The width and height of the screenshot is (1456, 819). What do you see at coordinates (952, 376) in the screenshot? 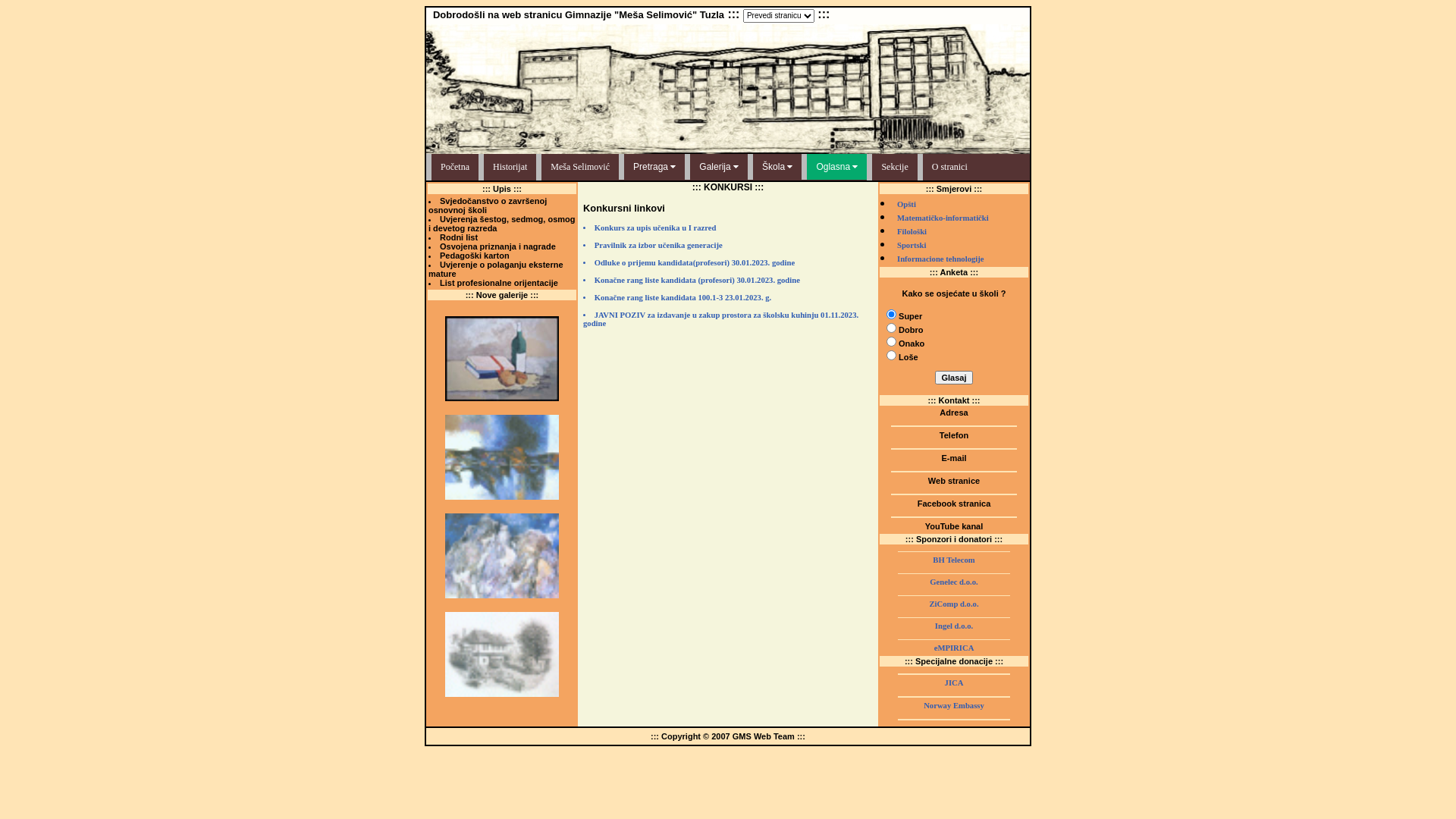
I see `'Glasaj'` at bounding box center [952, 376].